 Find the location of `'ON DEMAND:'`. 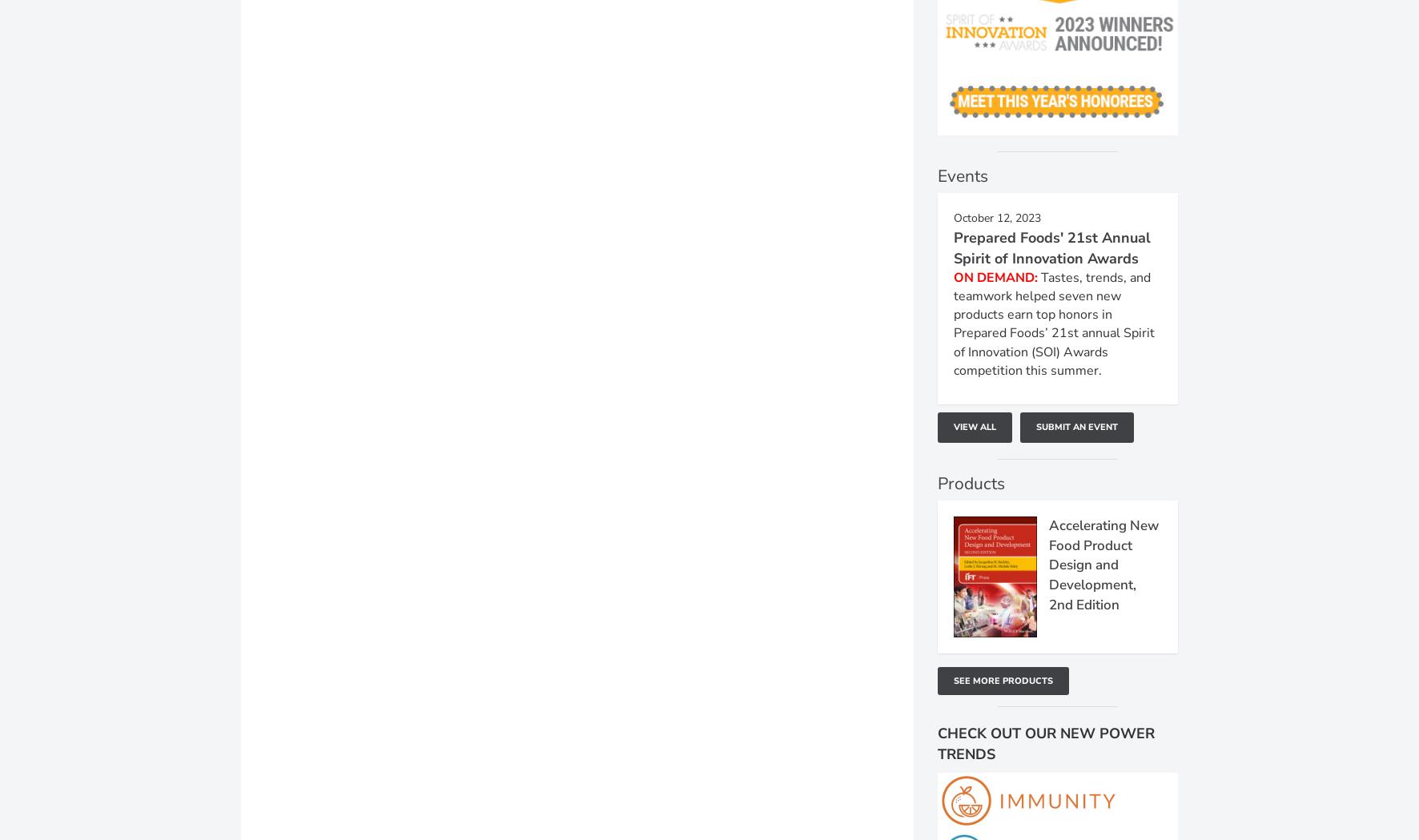

'ON DEMAND:' is located at coordinates (995, 275).